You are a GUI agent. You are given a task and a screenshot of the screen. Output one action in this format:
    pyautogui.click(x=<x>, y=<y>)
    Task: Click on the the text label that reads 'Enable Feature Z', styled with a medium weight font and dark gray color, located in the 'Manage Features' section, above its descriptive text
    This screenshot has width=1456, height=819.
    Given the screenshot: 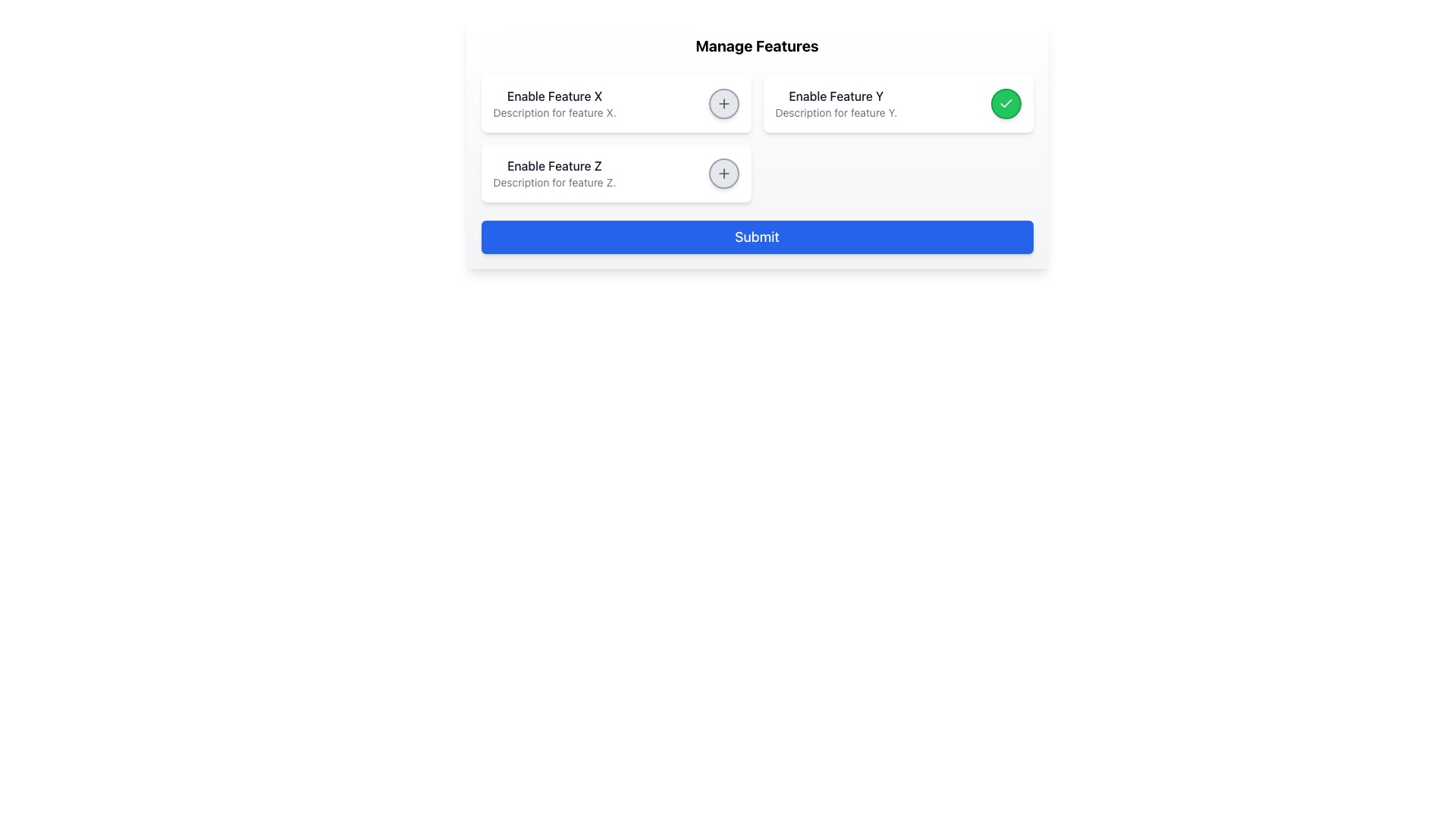 What is the action you would take?
    pyautogui.click(x=554, y=166)
    